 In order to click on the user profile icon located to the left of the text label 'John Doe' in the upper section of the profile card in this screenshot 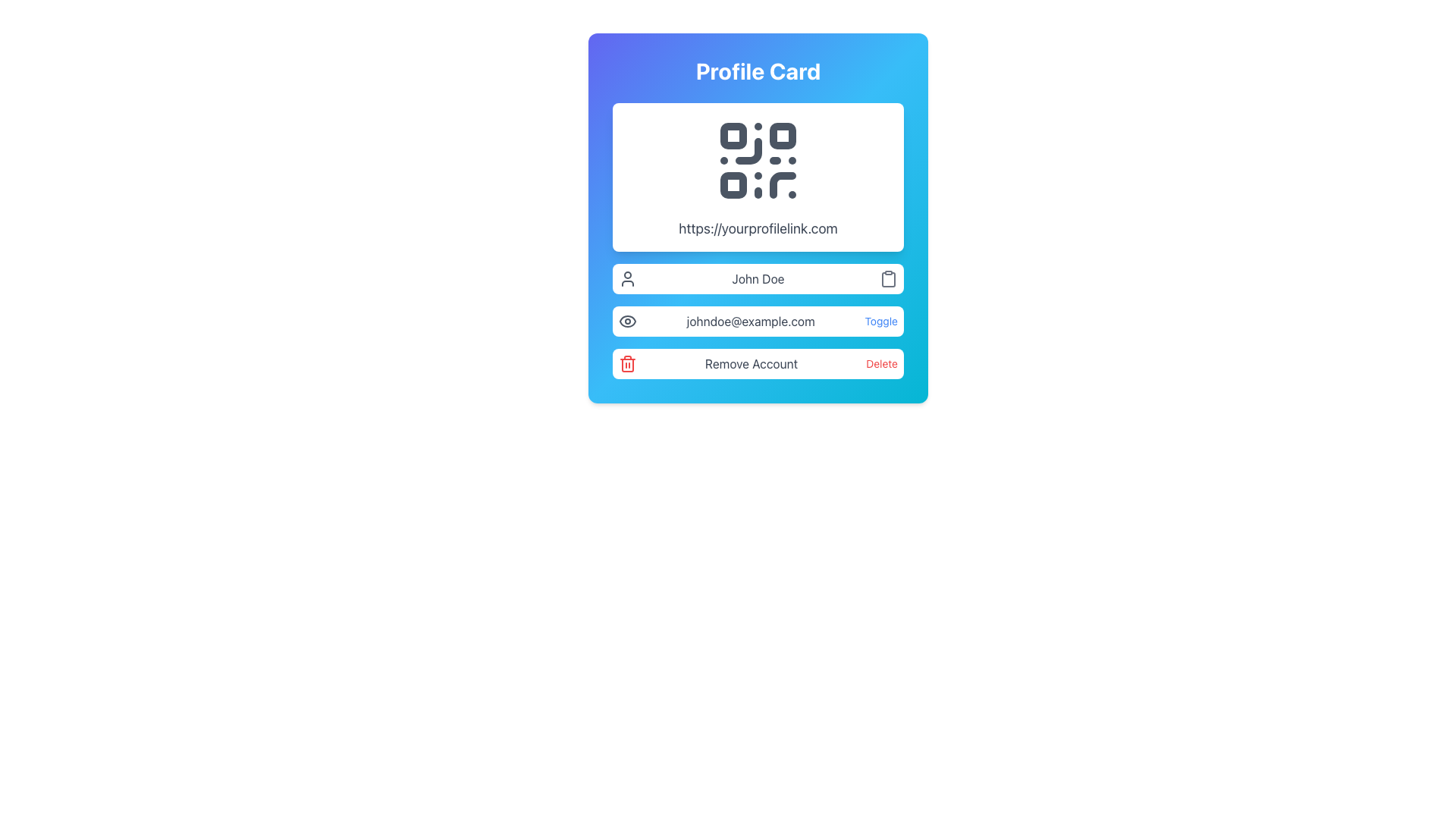, I will do `click(628, 278)`.